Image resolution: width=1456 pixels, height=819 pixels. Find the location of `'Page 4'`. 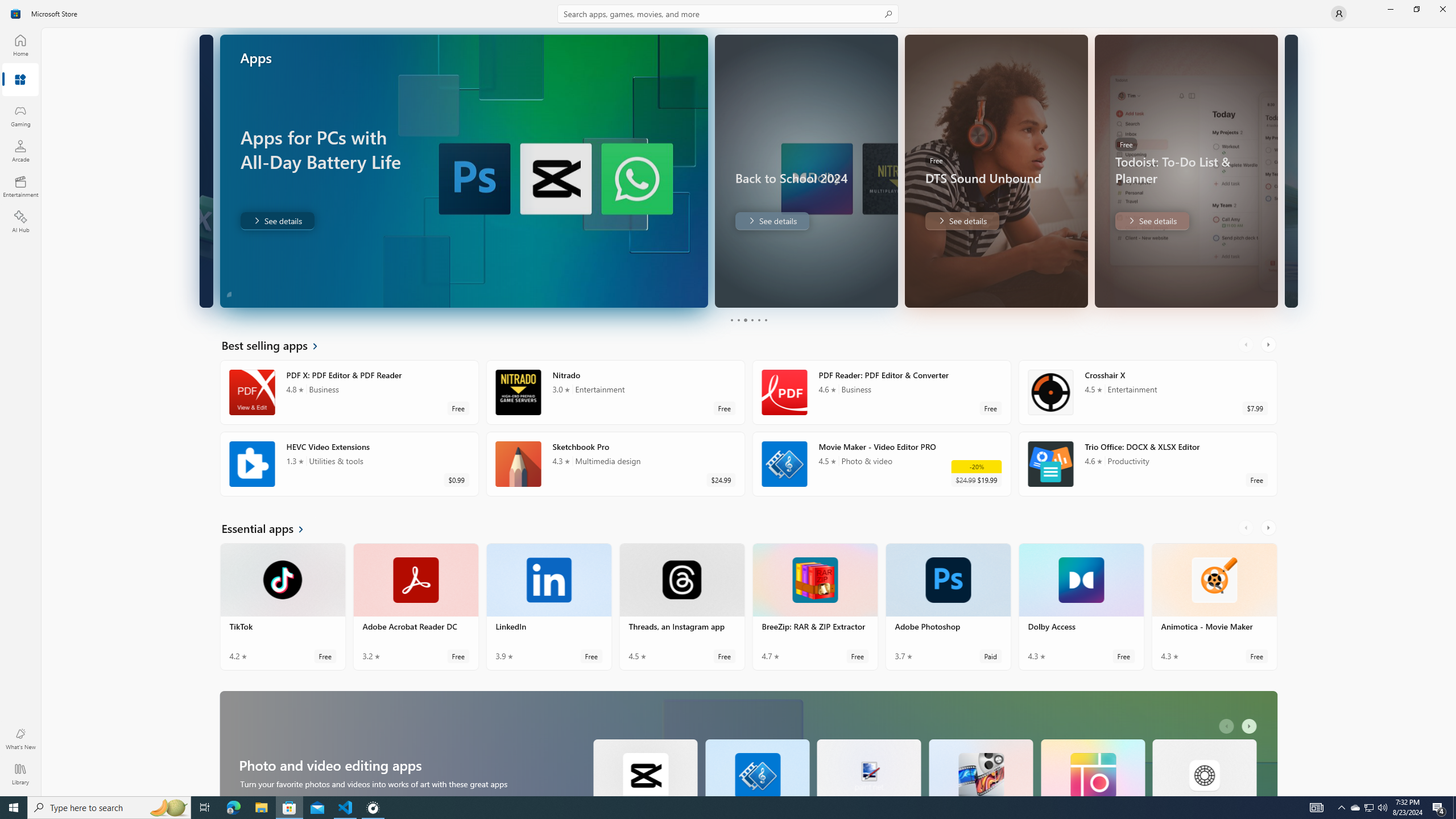

'Page 4' is located at coordinates (751, 320).